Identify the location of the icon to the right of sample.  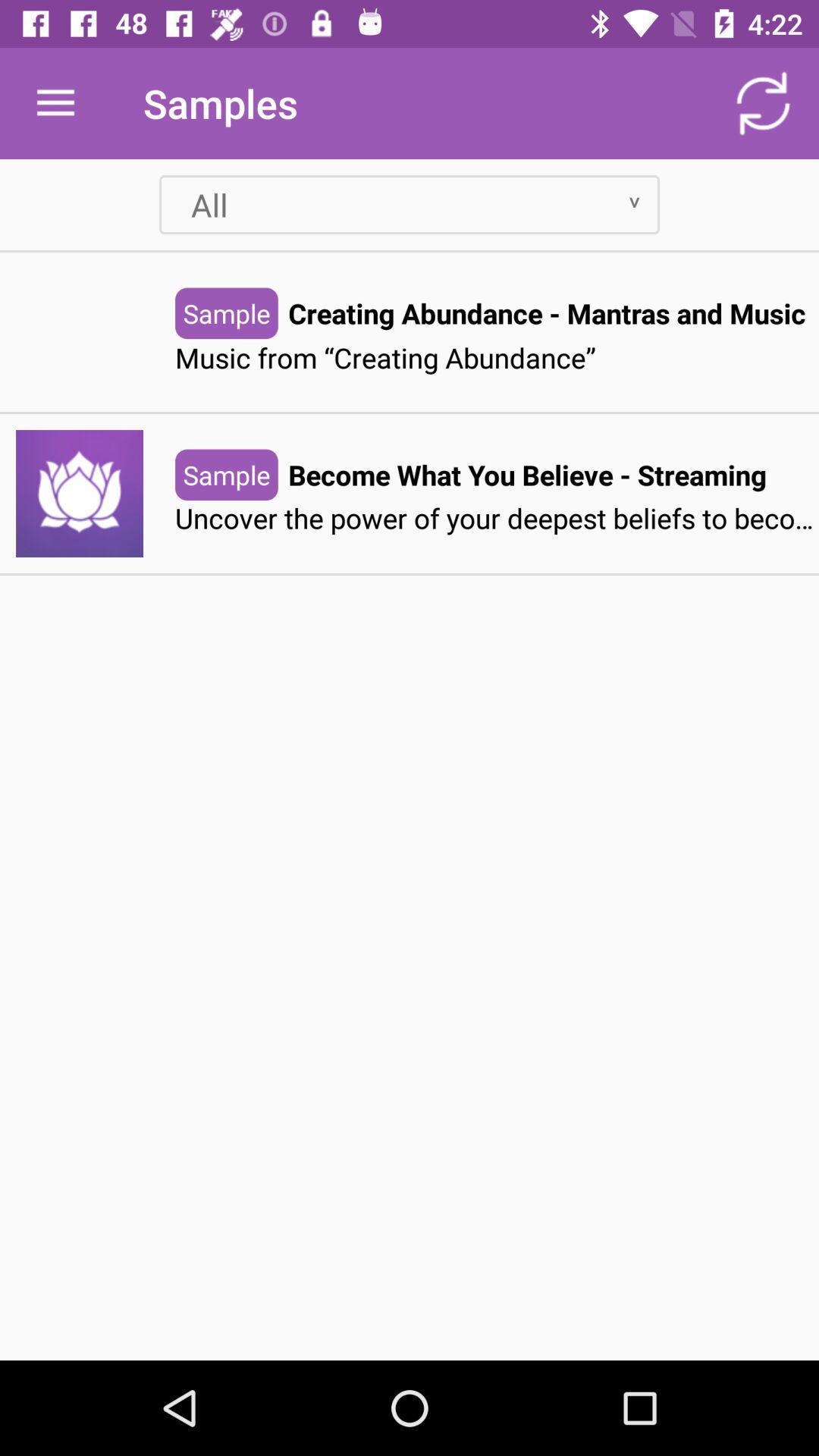
(526, 474).